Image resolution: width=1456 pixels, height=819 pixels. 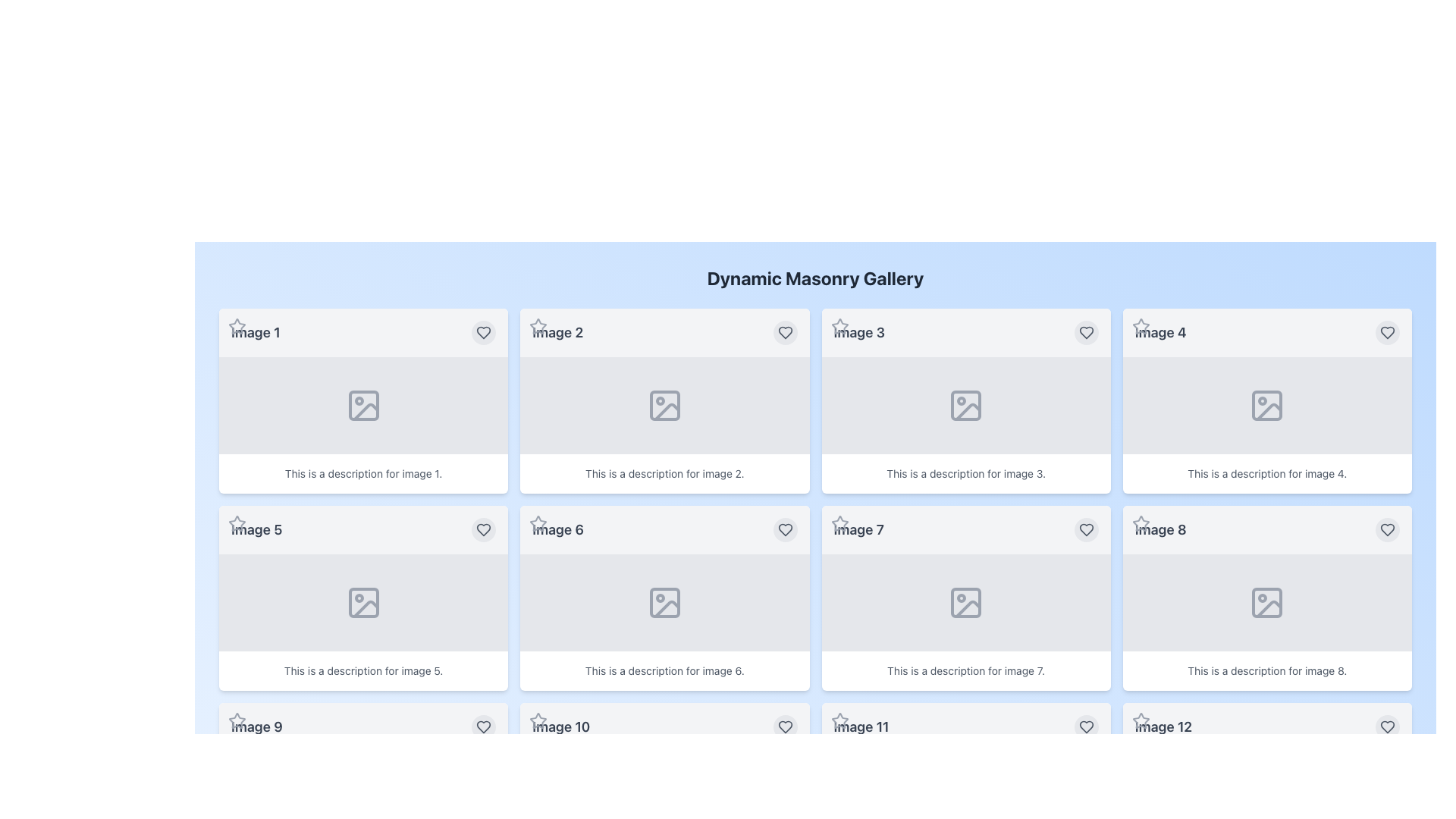 What do you see at coordinates (965, 405) in the screenshot?
I see `the Image Placeholder element, which is a rectangular area with a light gray background and an icon of an image placeholder, located in the middle row and third column of a masonry grid layout, within the card representing 'Image 3'` at bounding box center [965, 405].